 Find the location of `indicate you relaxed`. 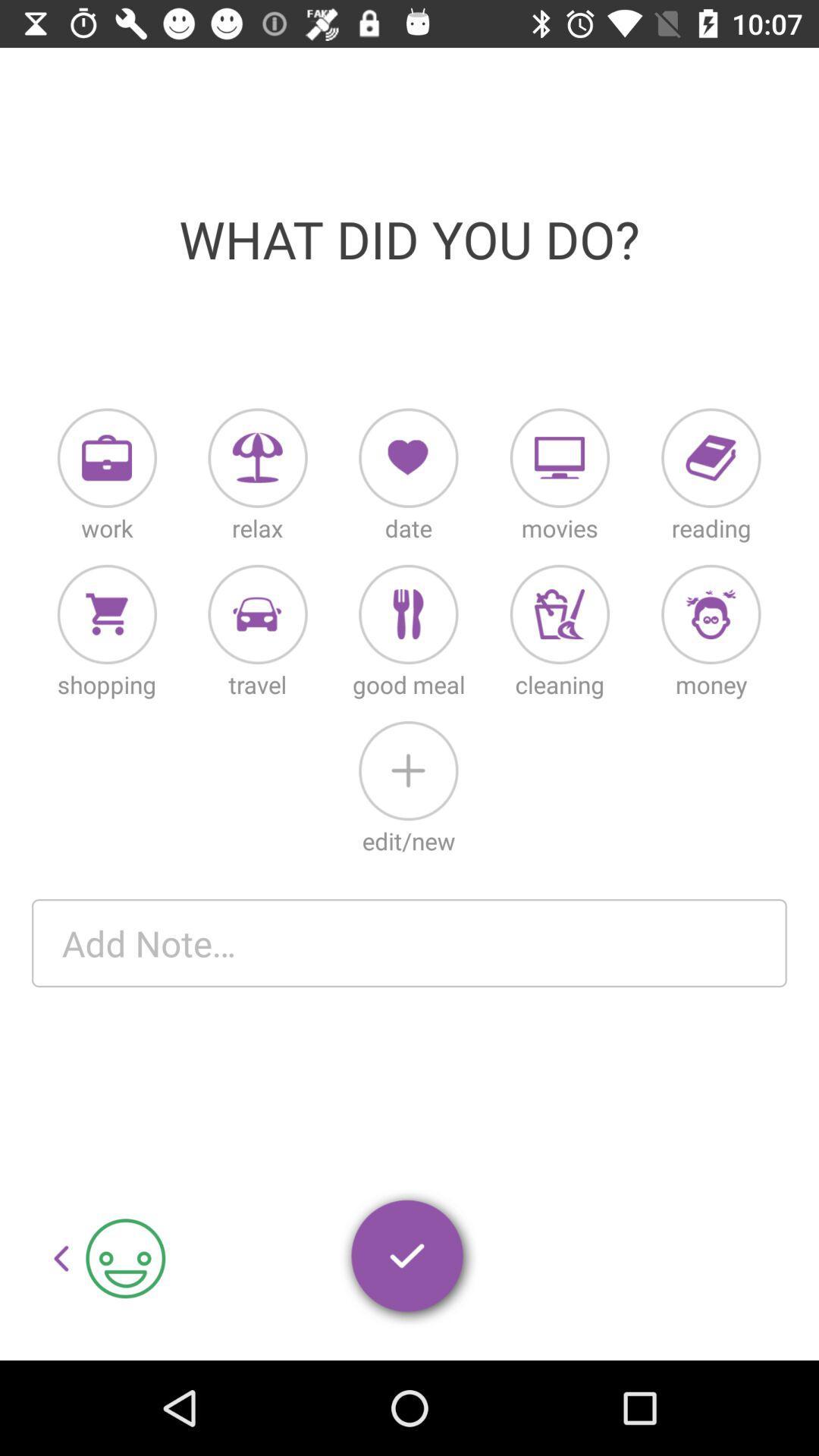

indicate you relaxed is located at coordinates (257, 457).